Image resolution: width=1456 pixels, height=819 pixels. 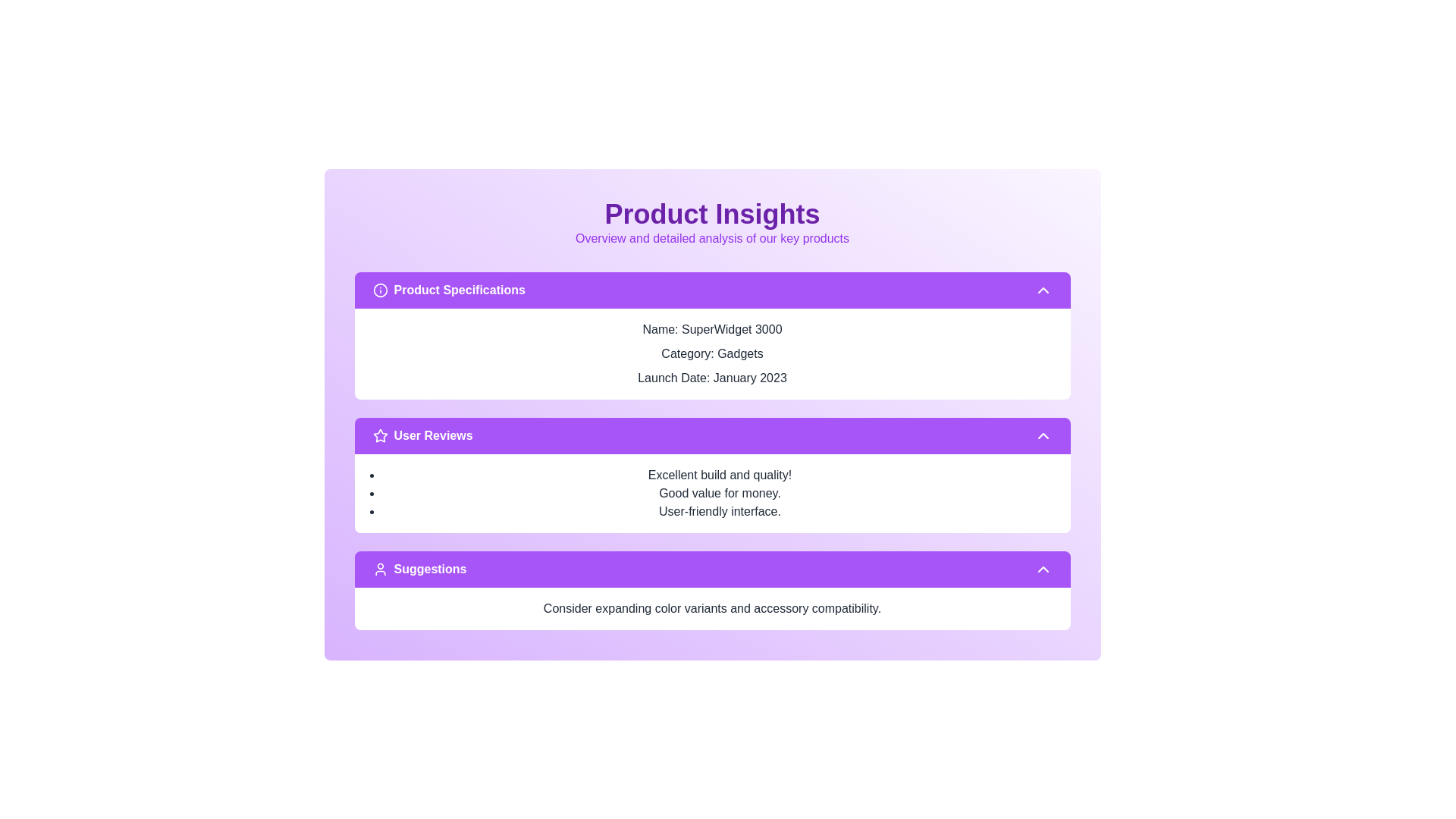 I want to click on the user icon element, which is styled with a white outline on a purple background and is located to the left of the text 'Suggestions' within the card interface, so click(x=380, y=570).